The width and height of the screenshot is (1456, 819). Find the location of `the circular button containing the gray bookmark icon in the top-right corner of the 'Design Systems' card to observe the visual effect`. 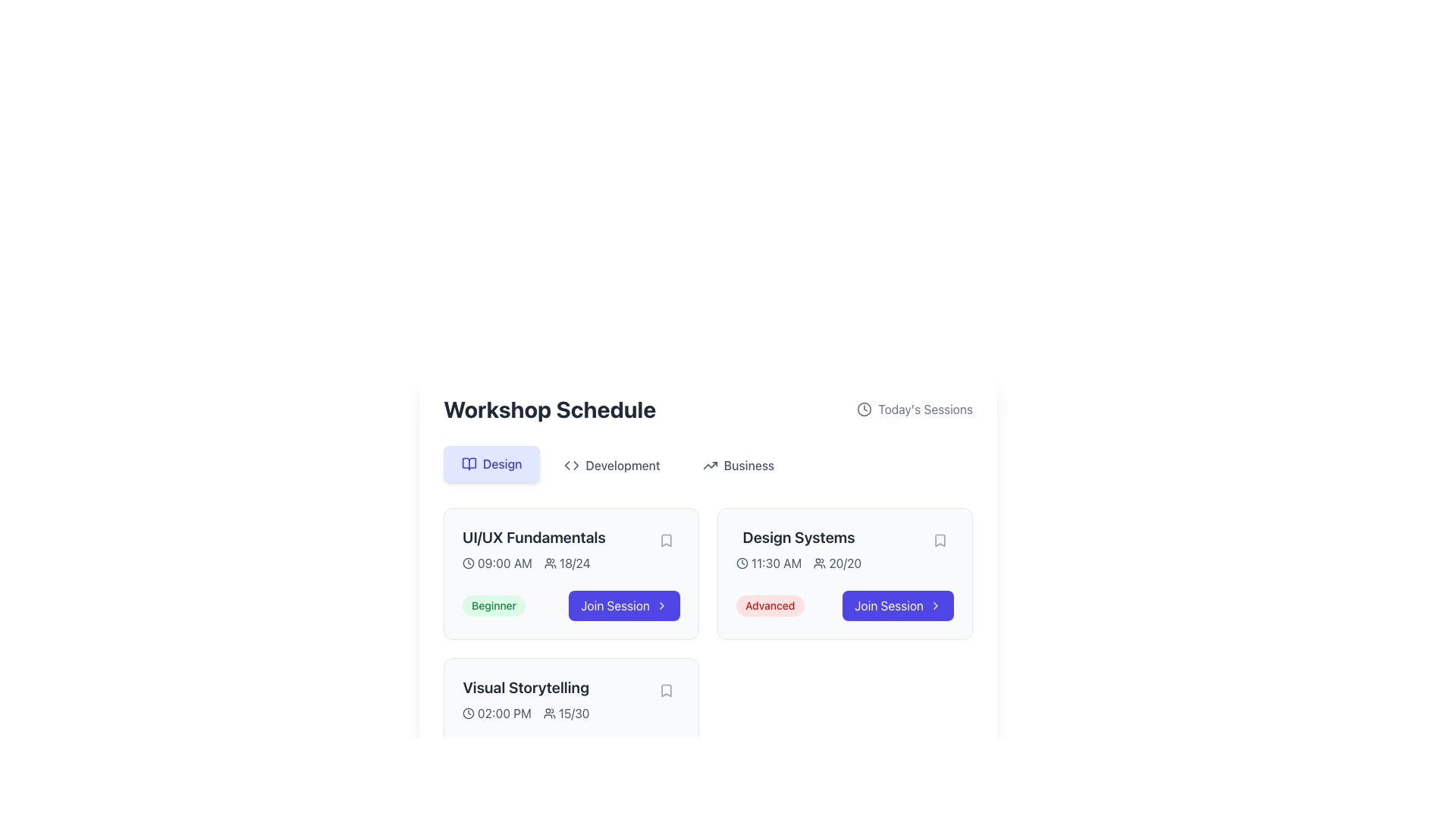

the circular button containing the gray bookmark icon in the top-right corner of the 'Design Systems' card to observe the visual effect is located at coordinates (939, 540).